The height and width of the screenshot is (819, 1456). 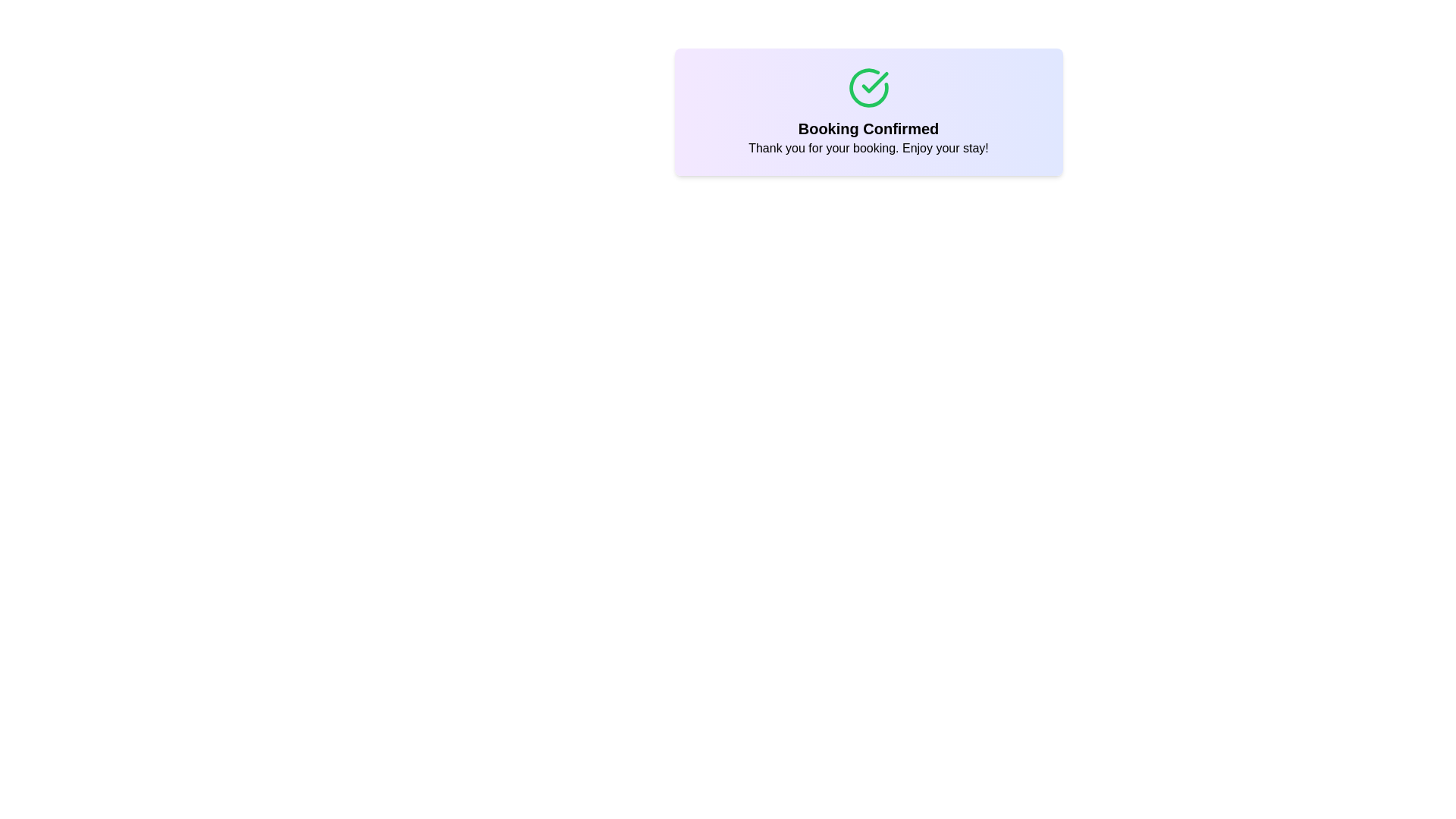 What do you see at coordinates (868, 111) in the screenshot?
I see `text content from the Text Display with Icon that shows 'Booking Confirmed' and 'Thank you for your booking. Enjoy your stay!' with a green checkmark icon` at bounding box center [868, 111].